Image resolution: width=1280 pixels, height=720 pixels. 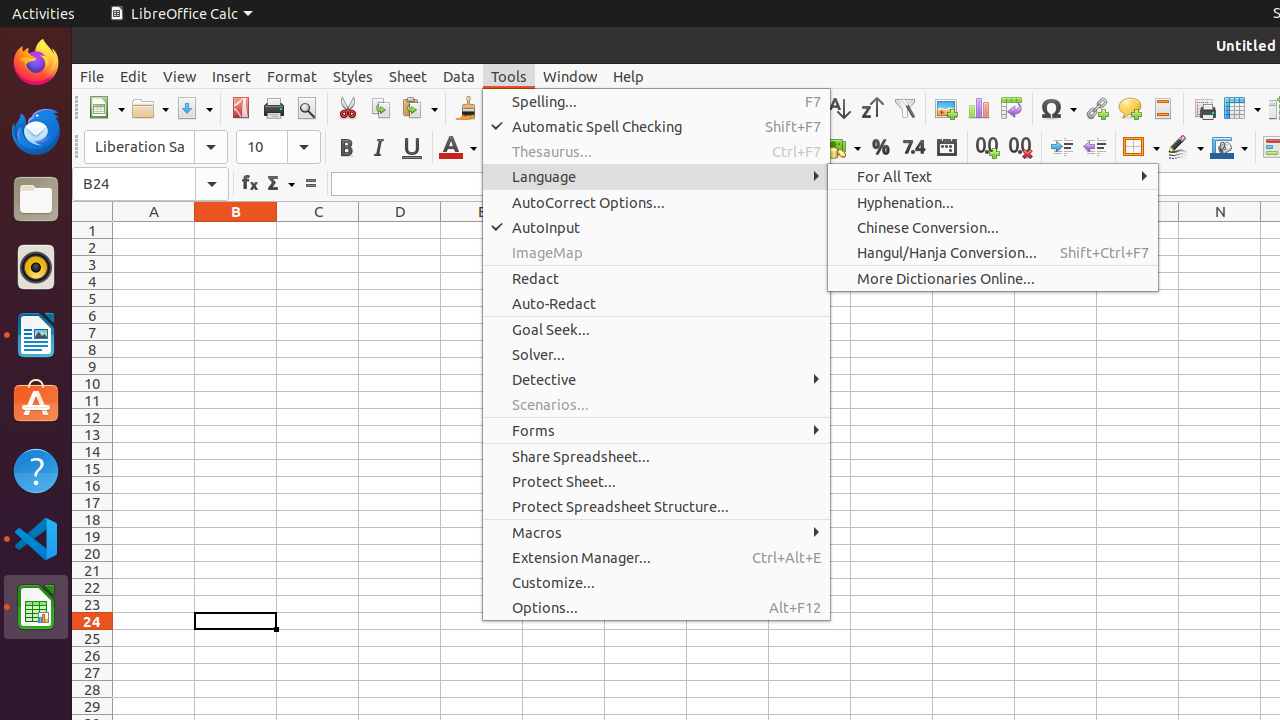 I want to click on 'E1', so click(x=482, y=229).